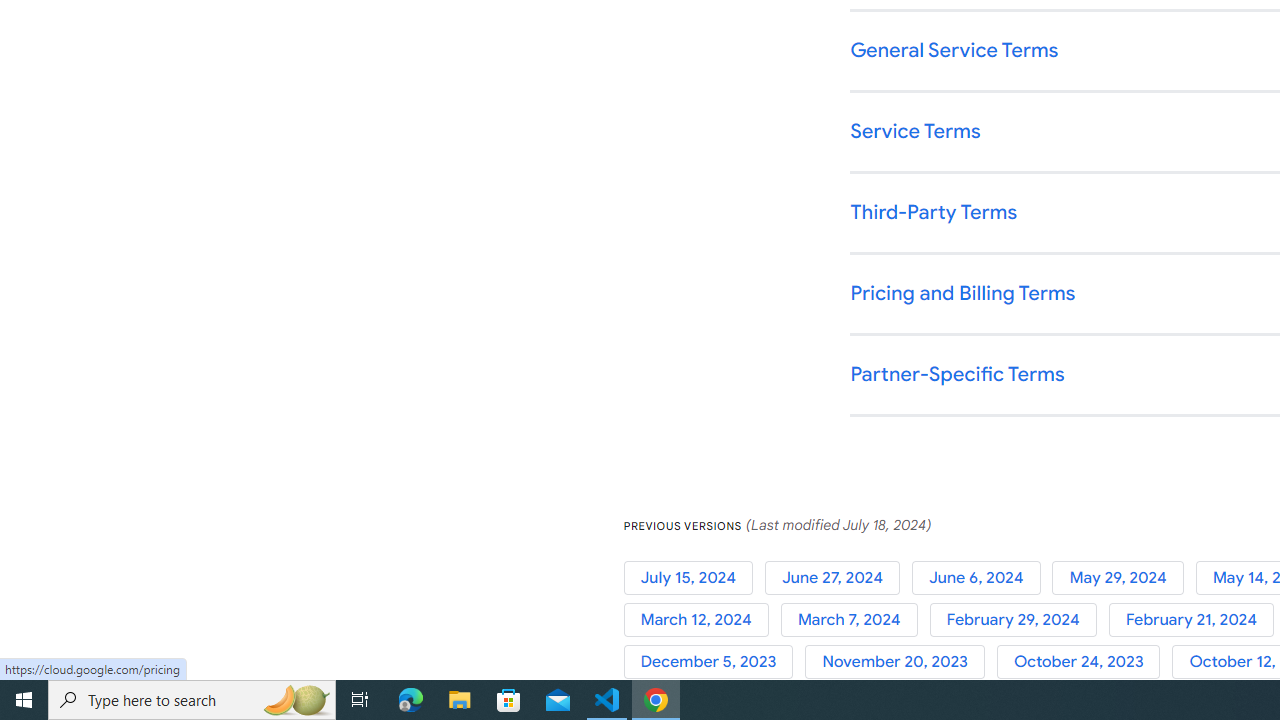  I want to click on 'December 5, 2023', so click(714, 662).